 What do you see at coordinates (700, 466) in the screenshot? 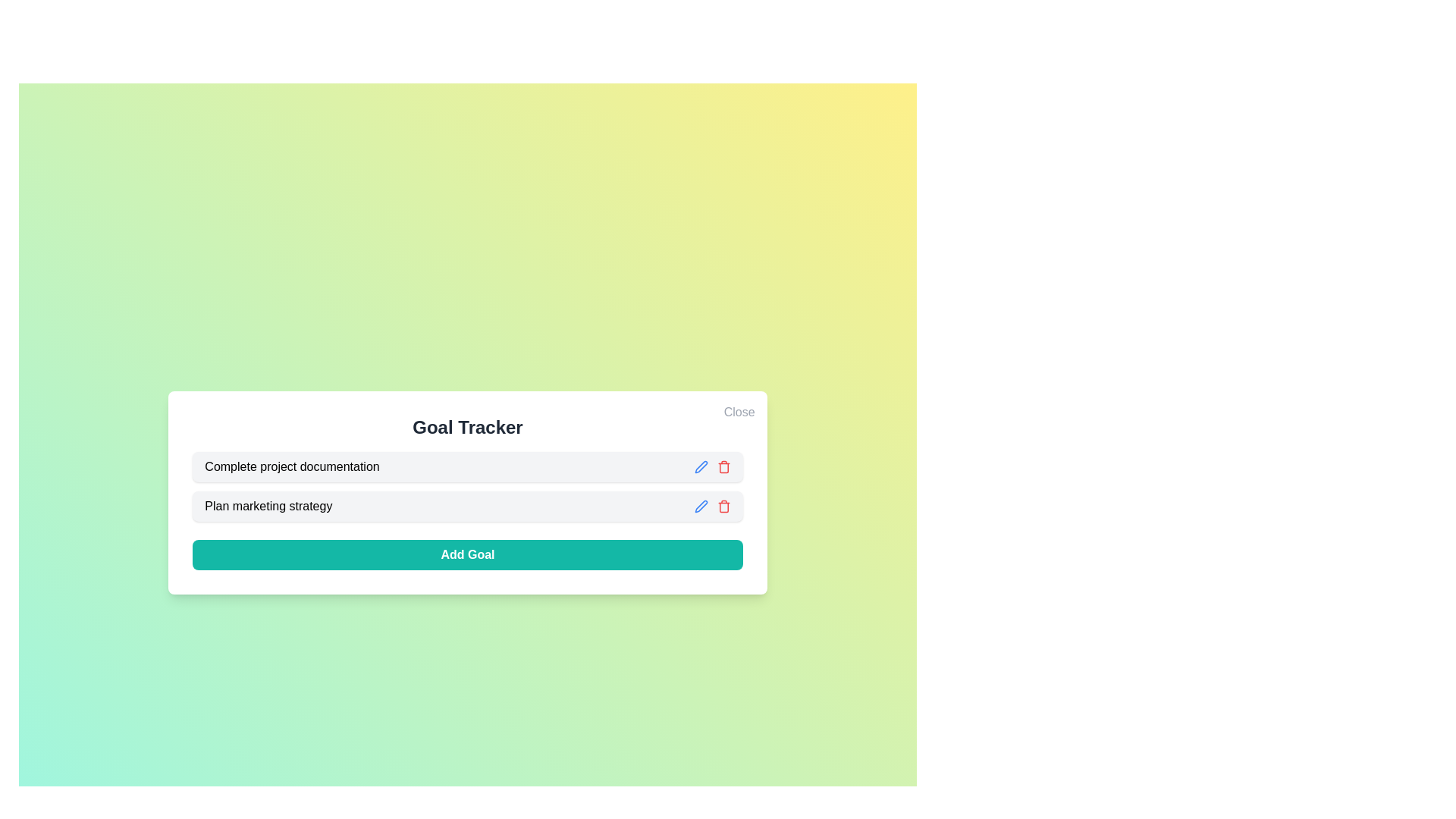
I see `the edit icon for the goal 'Complete project documentation'` at bounding box center [700, 466].